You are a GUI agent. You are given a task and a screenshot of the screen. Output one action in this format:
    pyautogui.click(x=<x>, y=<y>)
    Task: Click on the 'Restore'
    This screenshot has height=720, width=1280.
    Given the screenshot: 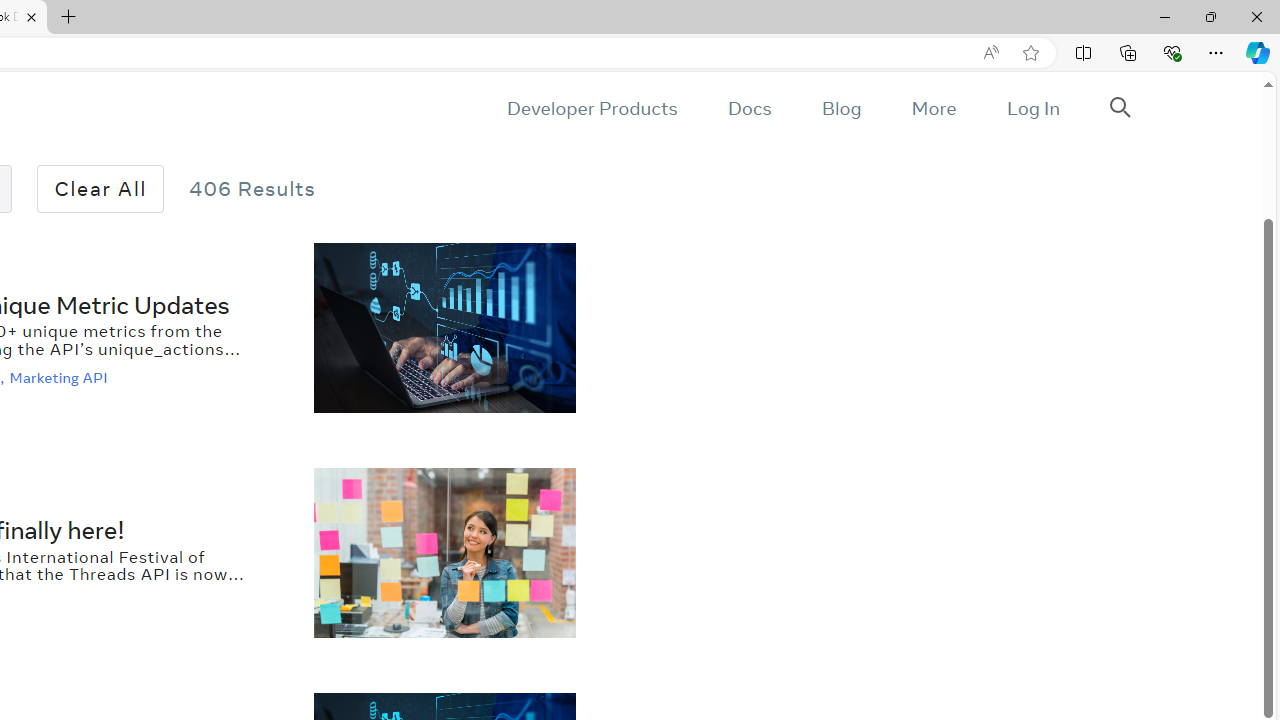 What is the action you would take?
    pyautogui.click(x=1209, y=16)
    